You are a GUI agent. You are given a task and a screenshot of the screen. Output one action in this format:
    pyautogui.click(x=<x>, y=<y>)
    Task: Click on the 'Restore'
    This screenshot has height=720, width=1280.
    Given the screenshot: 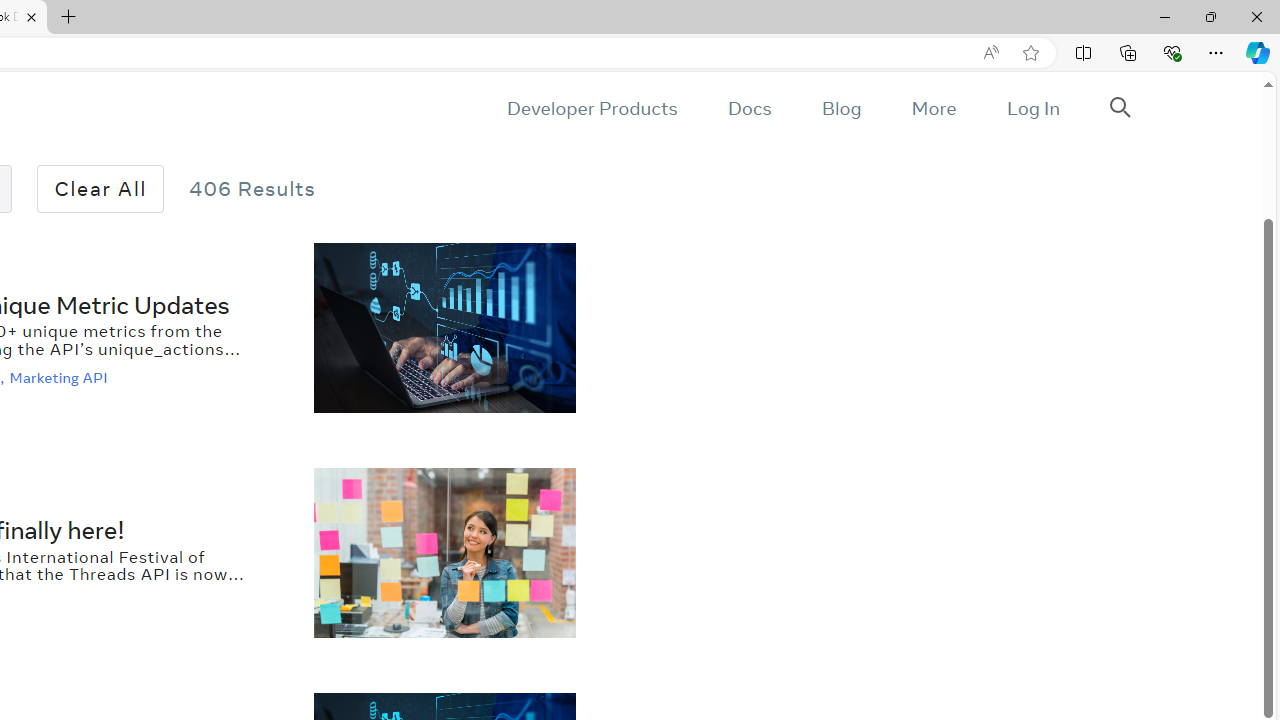 What is the action you would take?
    pyautogui.click(x=1209, y=16)
    